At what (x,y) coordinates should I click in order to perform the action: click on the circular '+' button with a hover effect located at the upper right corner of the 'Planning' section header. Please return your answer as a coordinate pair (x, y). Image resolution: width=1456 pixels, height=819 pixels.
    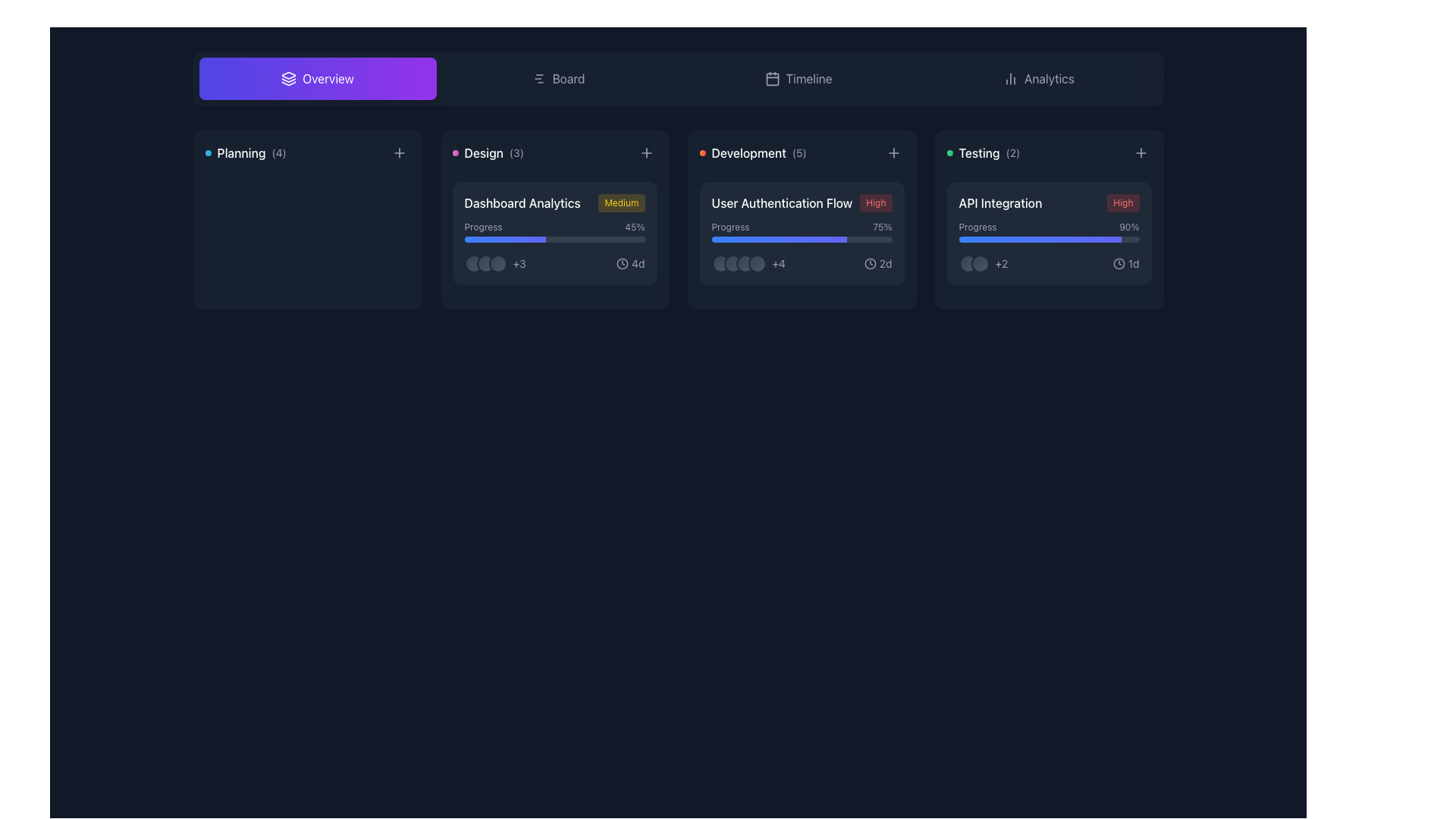
    Looking at the image, I should click on (399, 152).